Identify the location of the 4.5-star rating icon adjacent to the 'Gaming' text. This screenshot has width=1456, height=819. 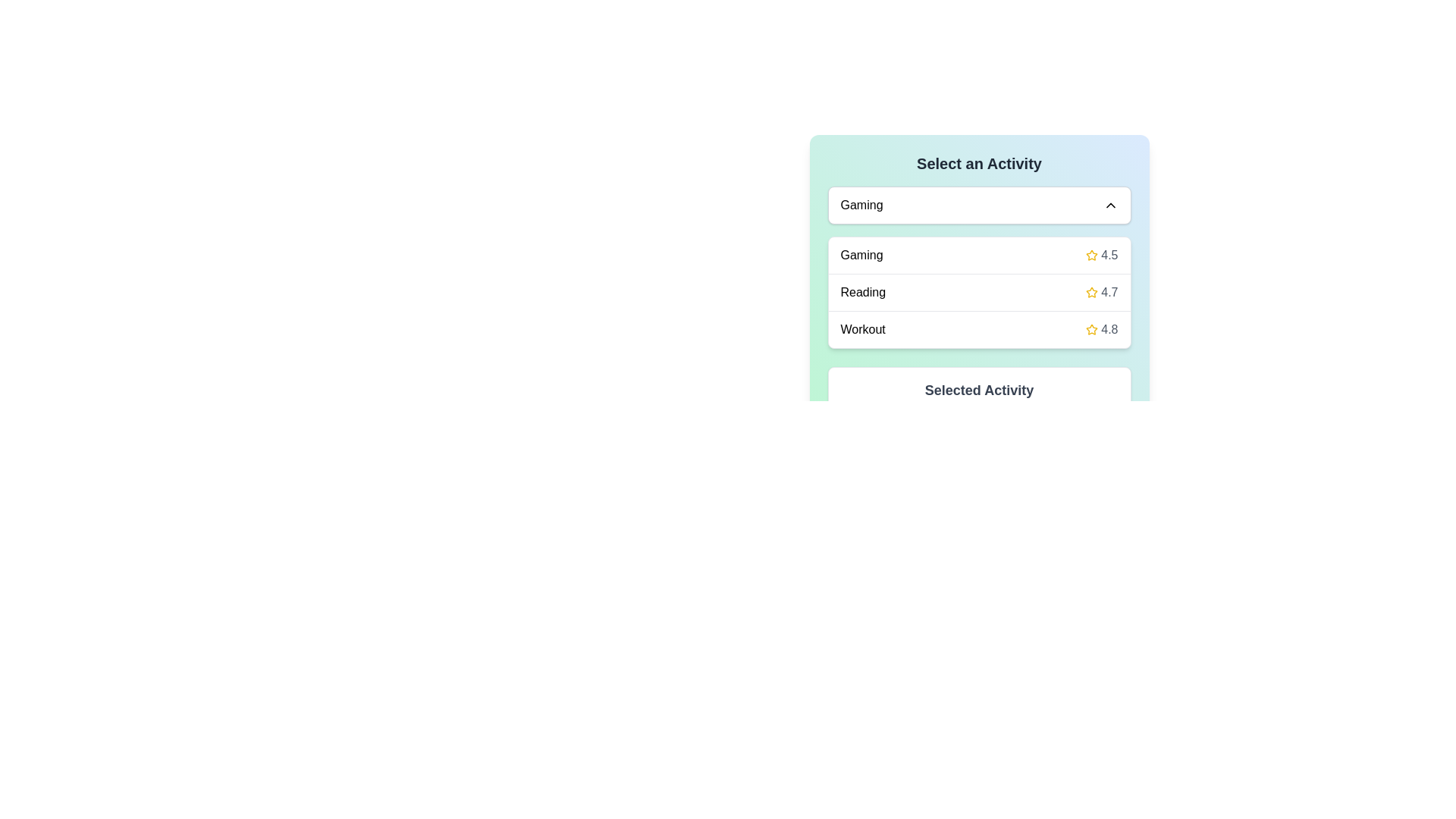
(1092, 254).